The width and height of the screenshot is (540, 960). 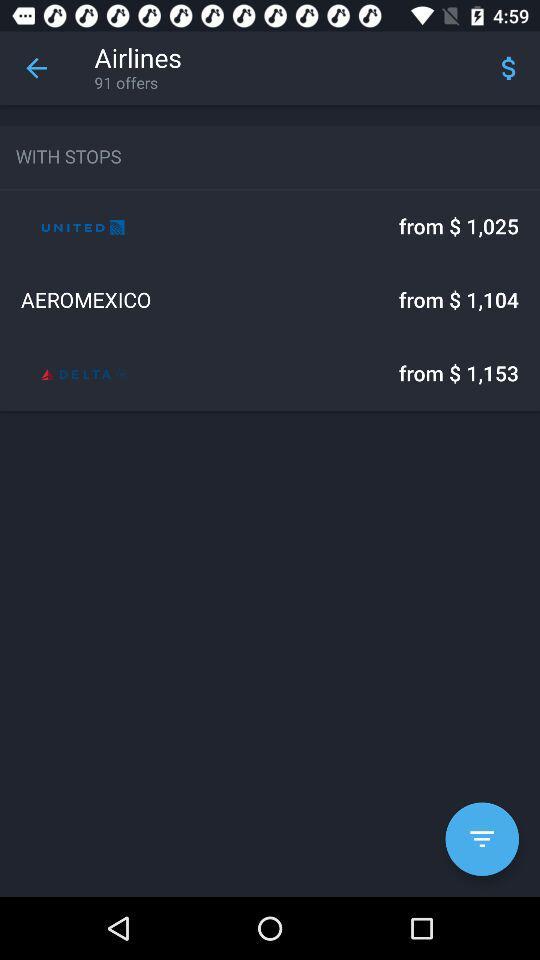 I want to click on the item above with stops item, so click(x=36, y=68).